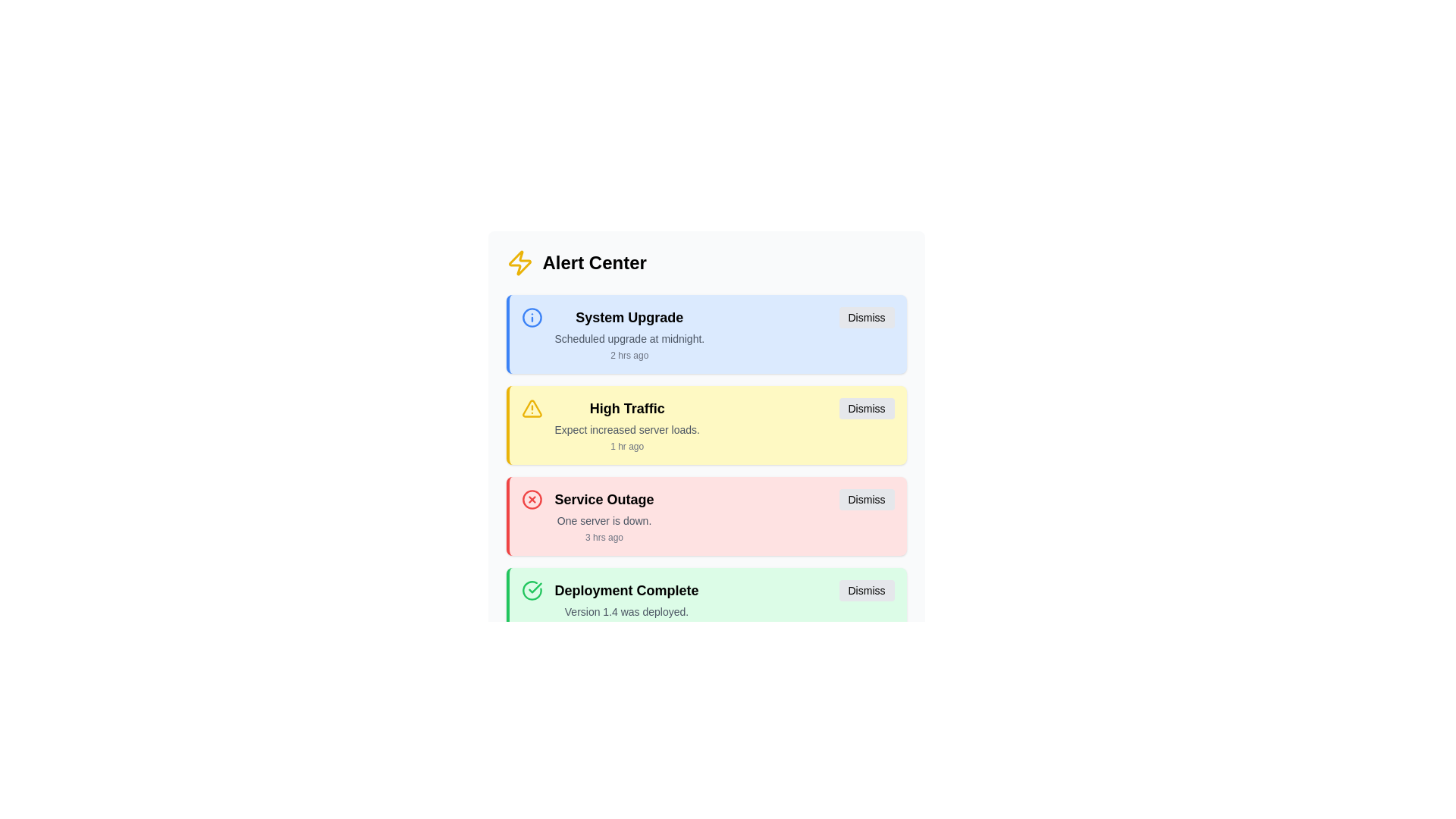  I want to click on the 'System Upgrade' text label, which is the main title of the blue alert card at the top of the alert list, so click(629, 317).